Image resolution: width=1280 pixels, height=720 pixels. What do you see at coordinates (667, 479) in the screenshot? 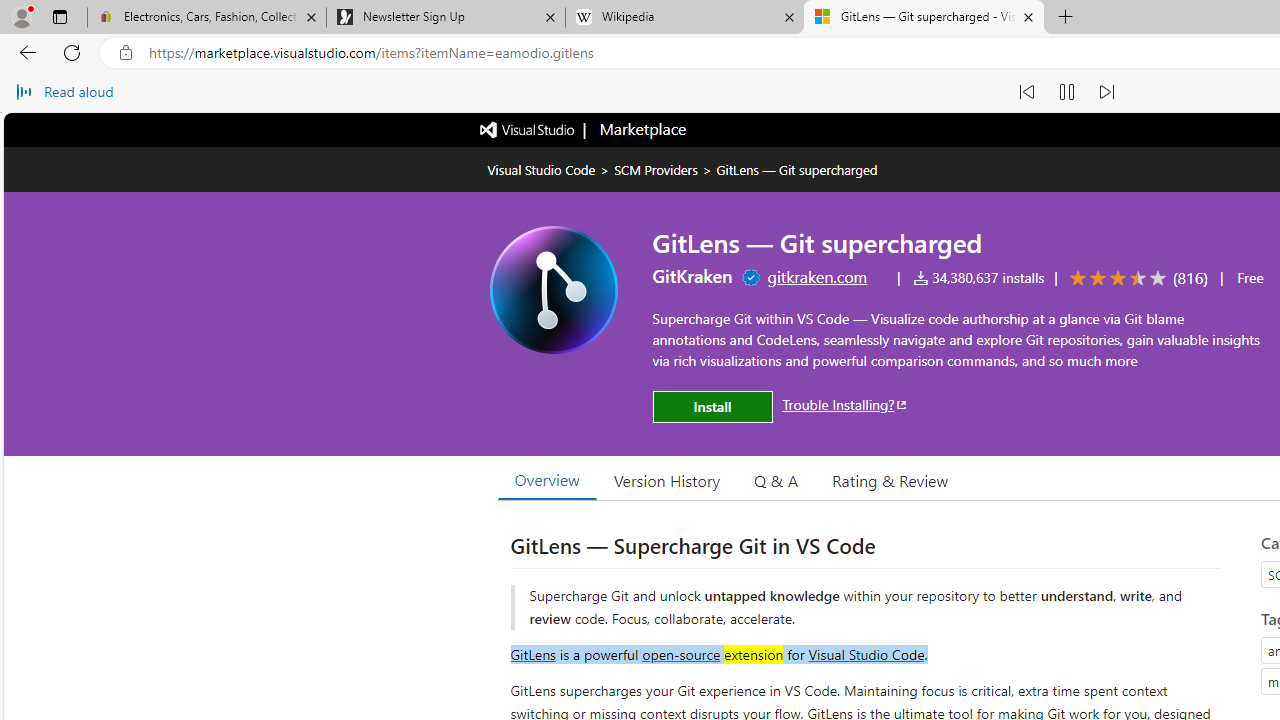
I see `'Version History'` at bounding box center [667, 479].